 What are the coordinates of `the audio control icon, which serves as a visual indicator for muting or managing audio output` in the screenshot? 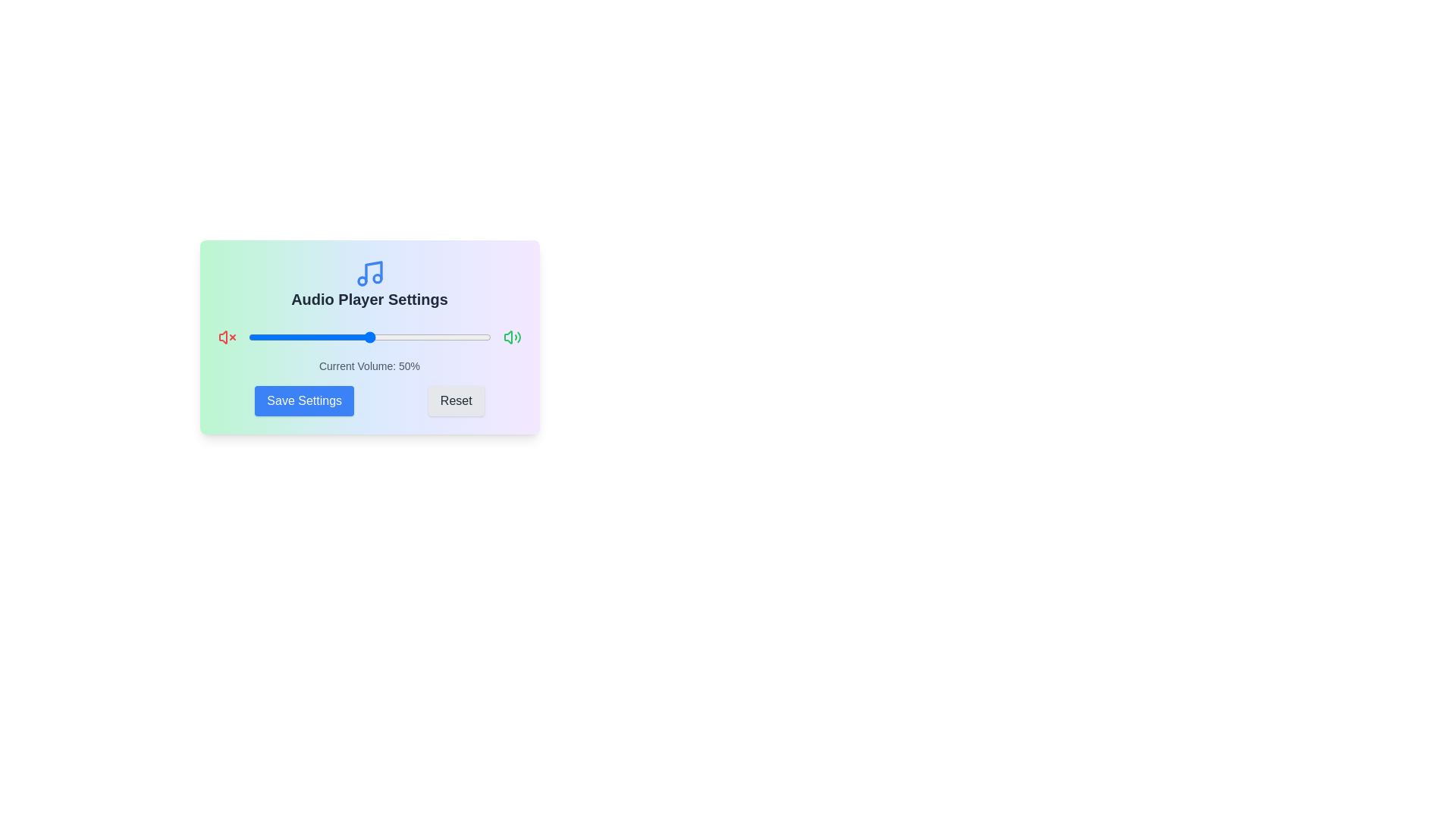 It's located at (221, 336).